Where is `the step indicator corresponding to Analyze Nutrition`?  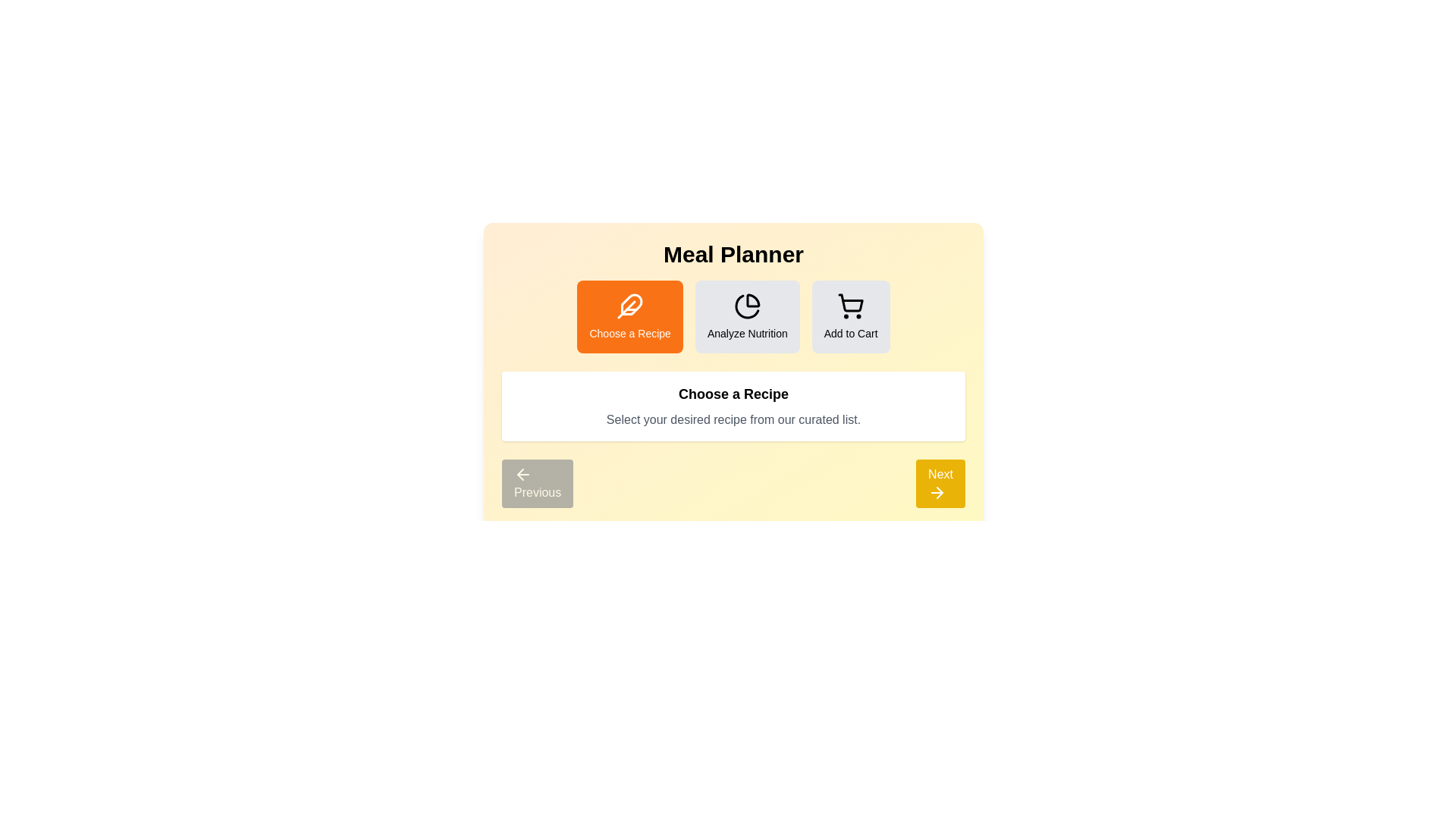 the step indicator corresponding to Analyze Nutrition is located at coordinates (746, 315).